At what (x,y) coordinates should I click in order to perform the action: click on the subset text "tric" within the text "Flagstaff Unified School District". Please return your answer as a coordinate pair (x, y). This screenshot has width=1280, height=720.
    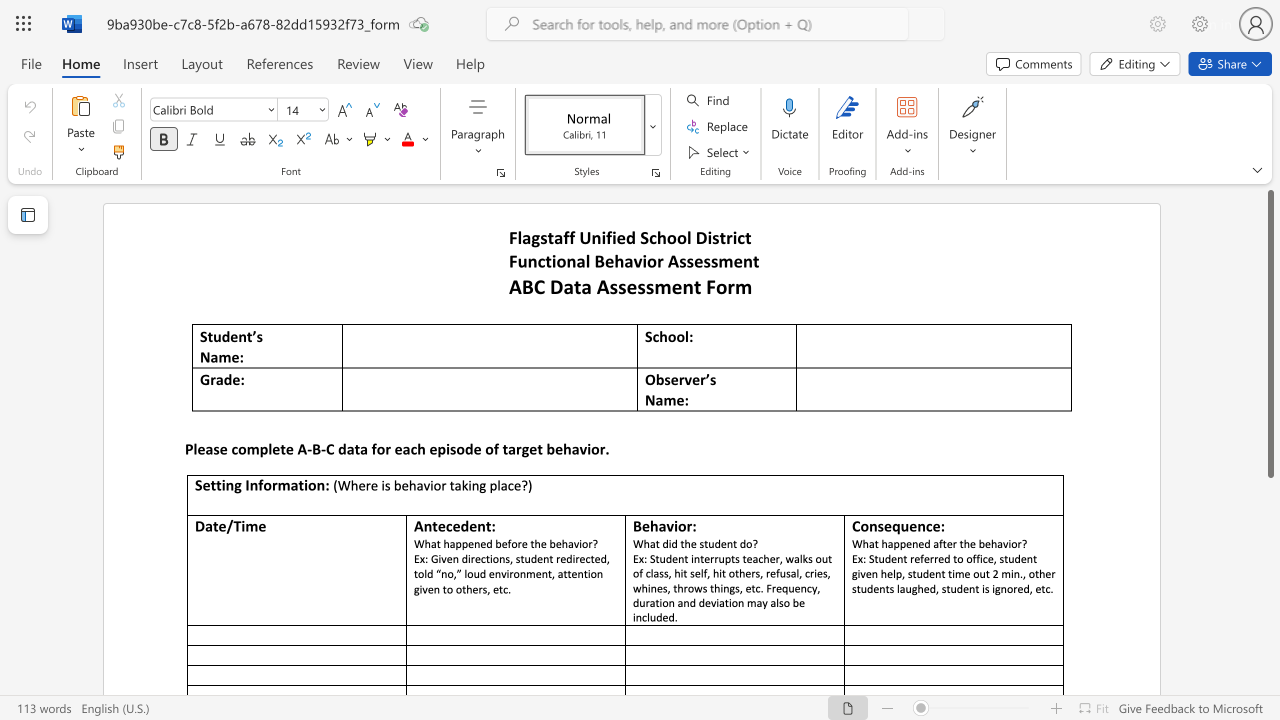
    Looking at the image, I should click on (719, 236).